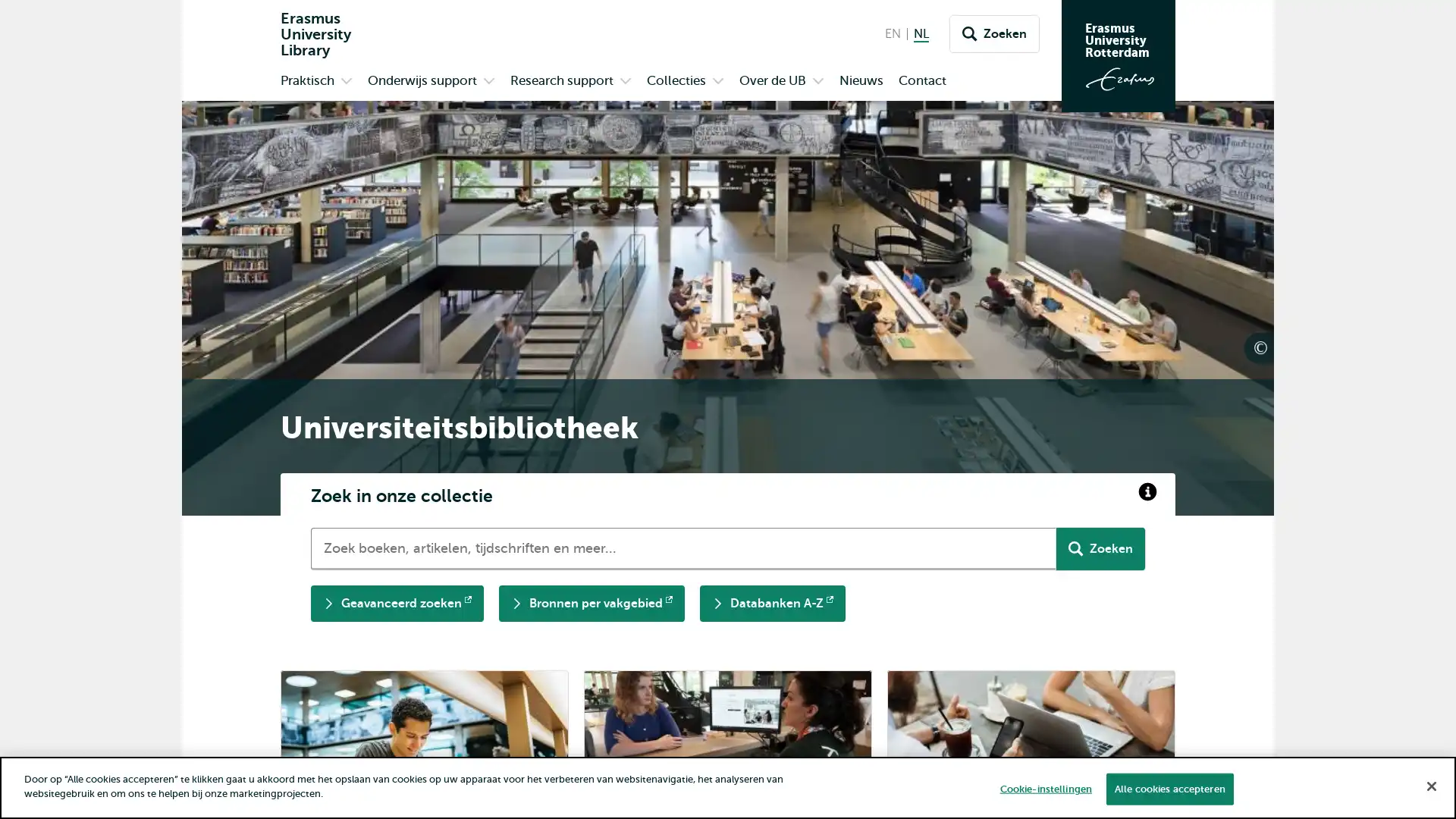 The image size is (1456, 819). I want to click on Sluiten, so click(1430, 785).